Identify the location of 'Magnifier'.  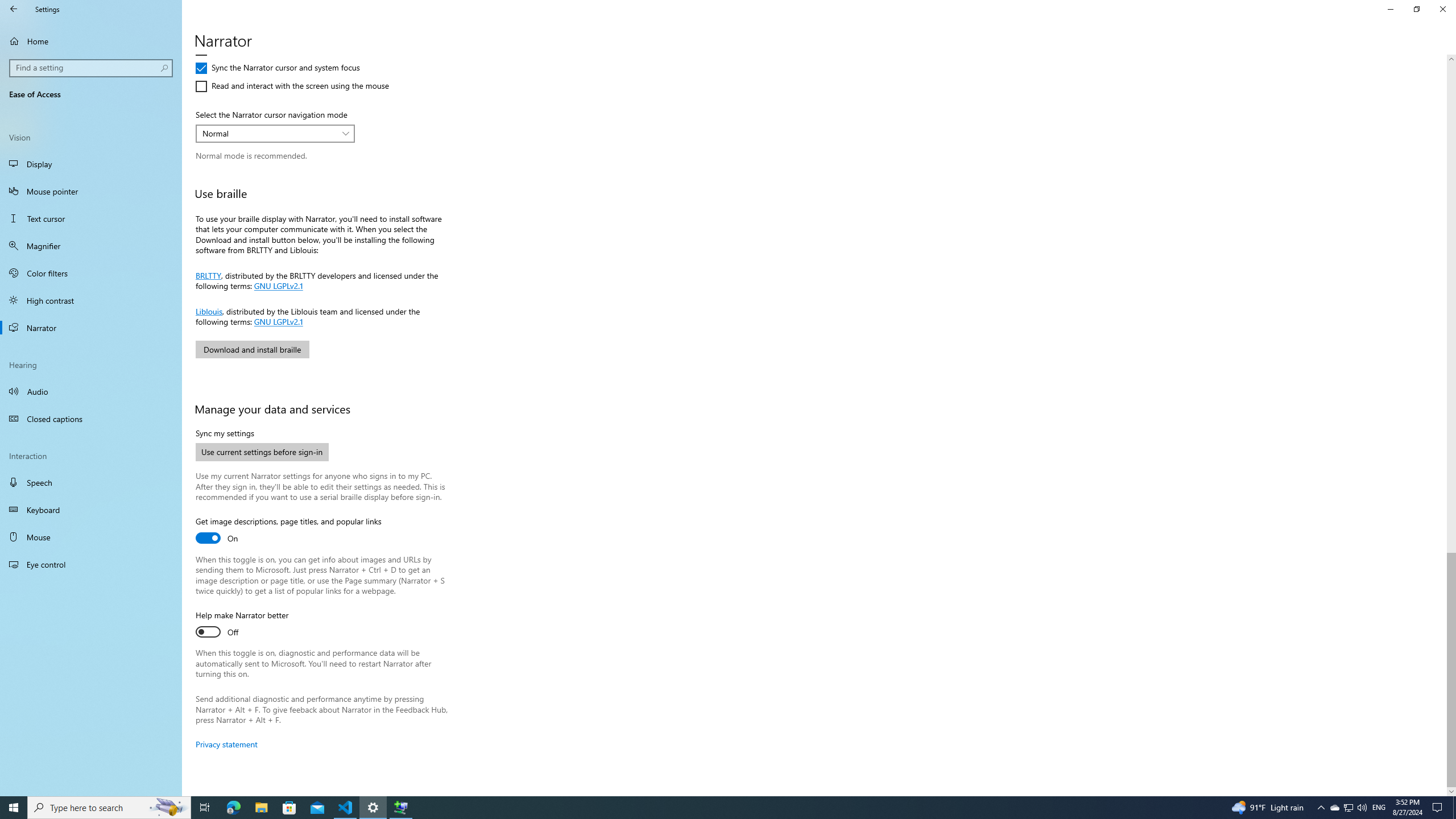
(90, 246).